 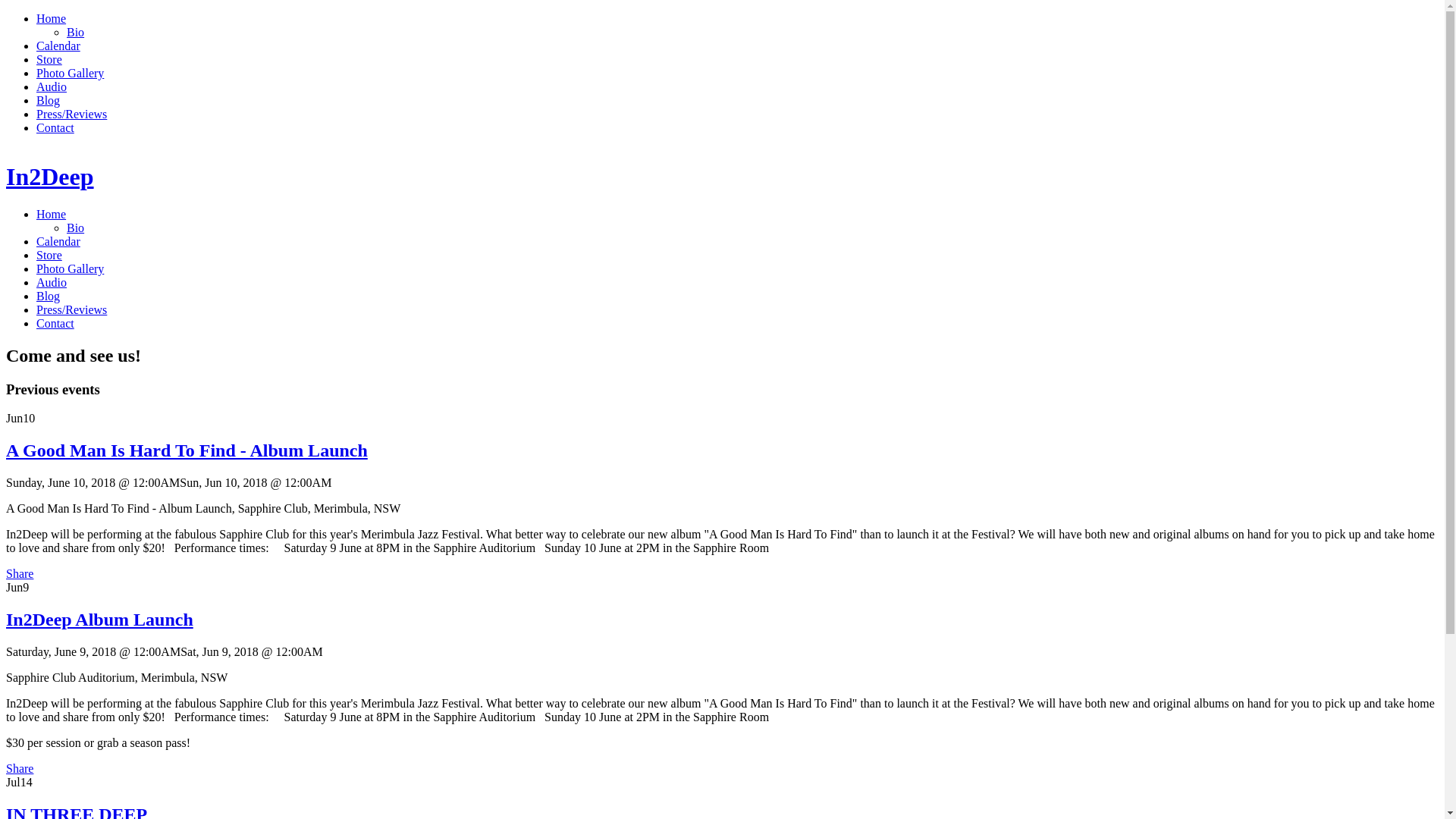 I want to click on 'Press/Reviews', so click(x=71, y=309).